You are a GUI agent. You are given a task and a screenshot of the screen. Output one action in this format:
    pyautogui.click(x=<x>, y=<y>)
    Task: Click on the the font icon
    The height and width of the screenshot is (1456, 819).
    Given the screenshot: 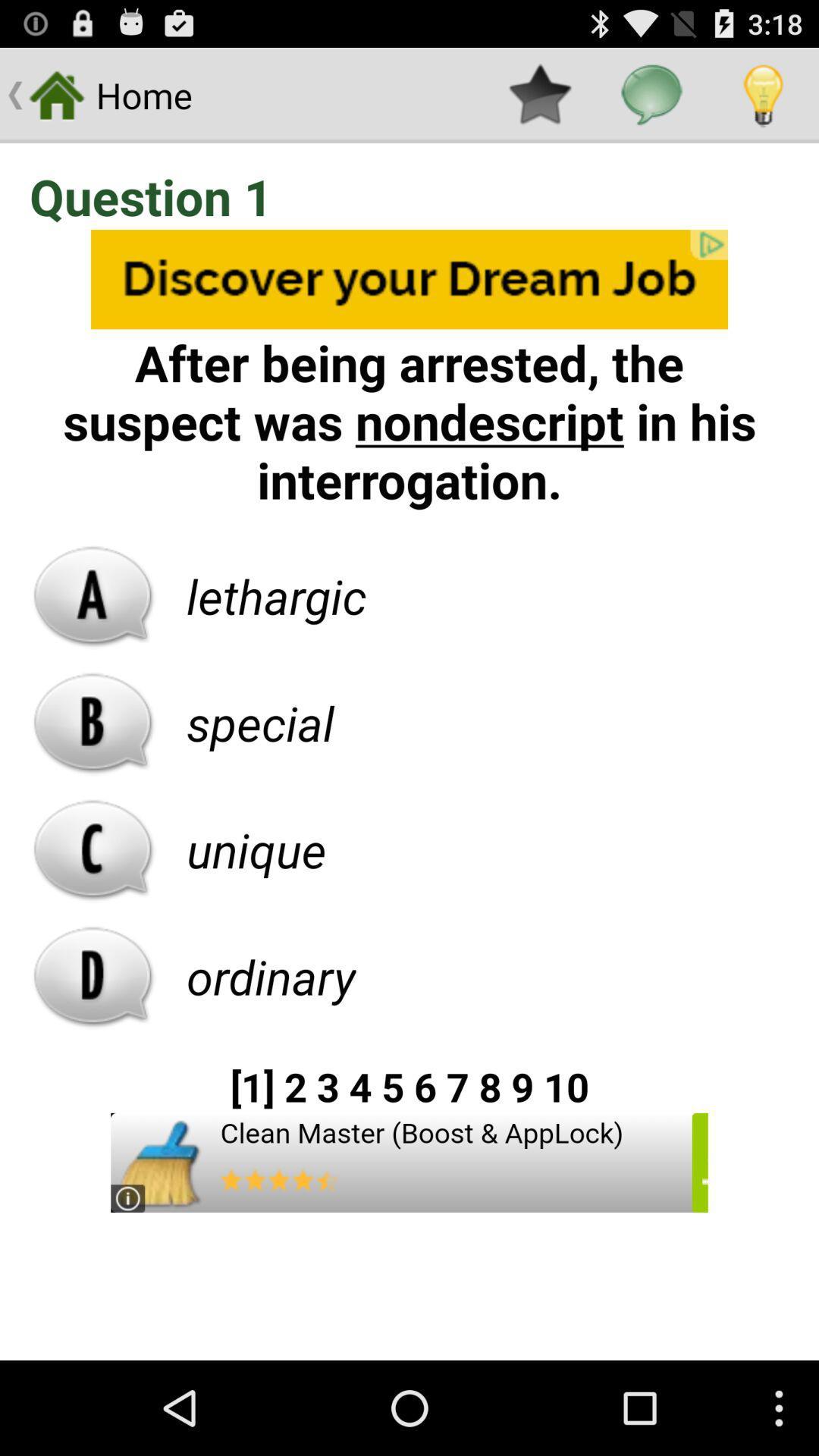 What is the action you would take?
    pyautogui.click(x=93, y=638)
    